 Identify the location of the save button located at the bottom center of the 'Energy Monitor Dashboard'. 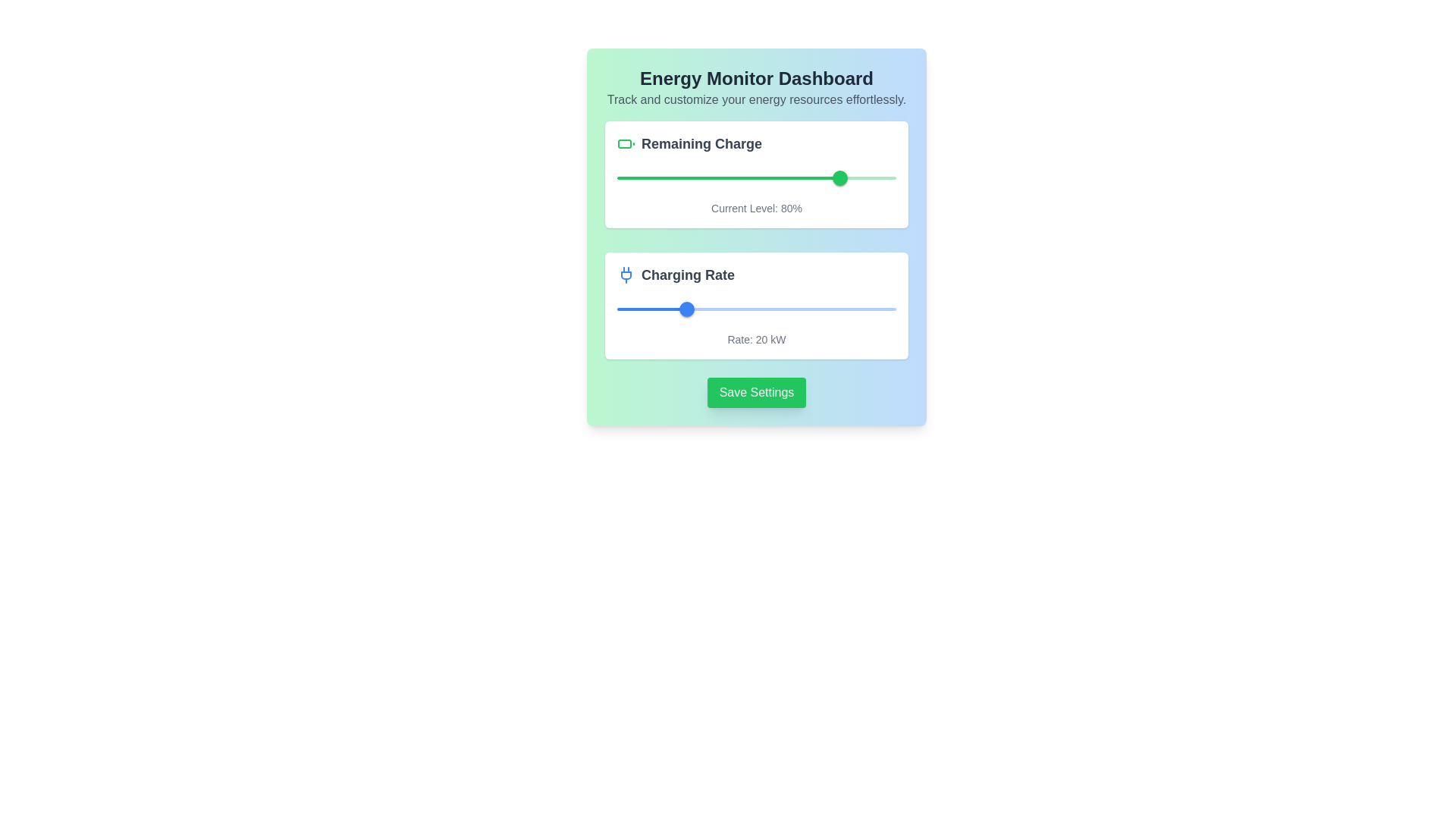
(757, 391).